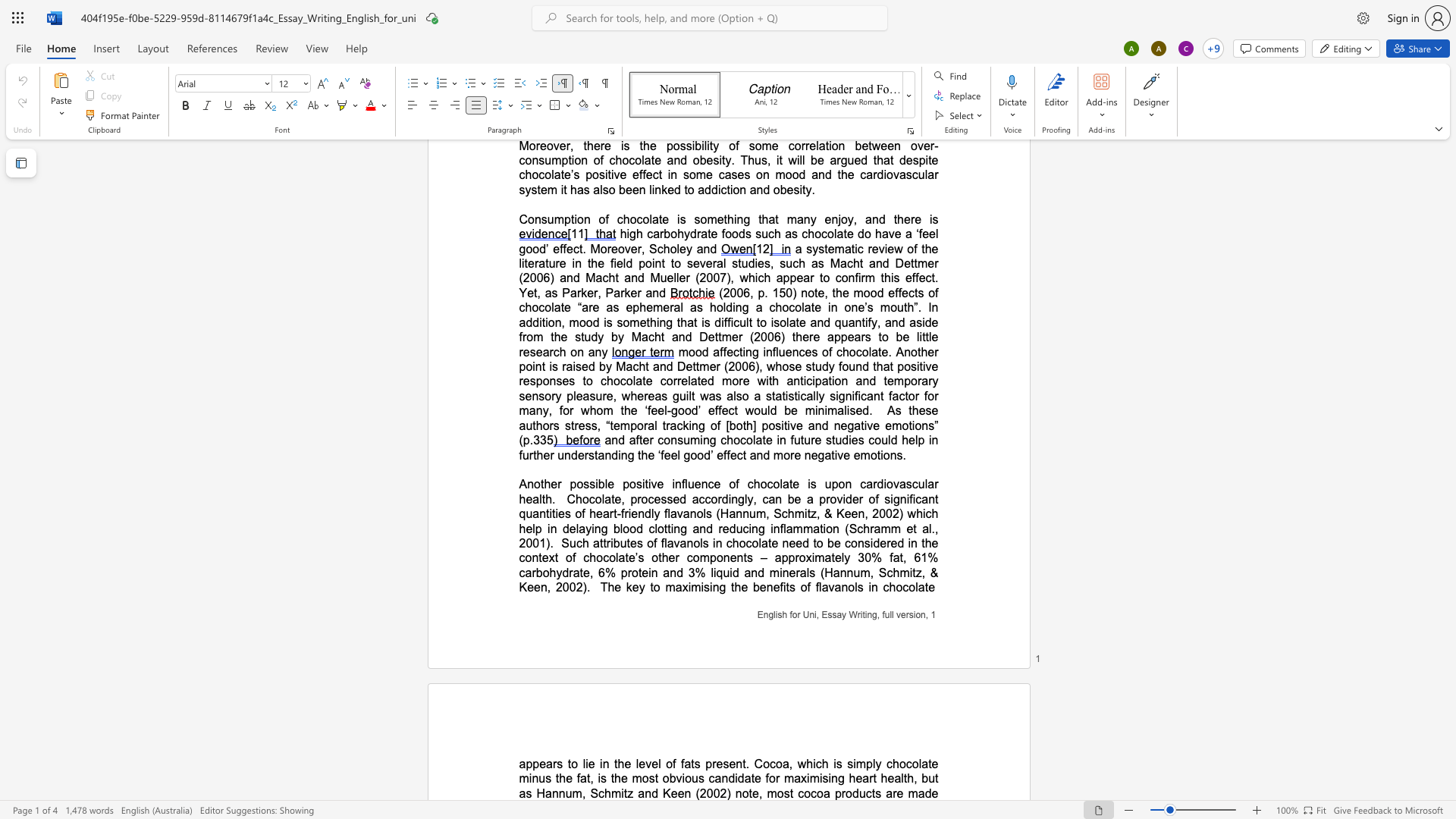 Image resolution: width=1456 pixels, height=819 pixels. Describe the element at coordinates (540, 586) in the screenshot. I see `the space between the continuous character "e" and "n" in the text` at that location.